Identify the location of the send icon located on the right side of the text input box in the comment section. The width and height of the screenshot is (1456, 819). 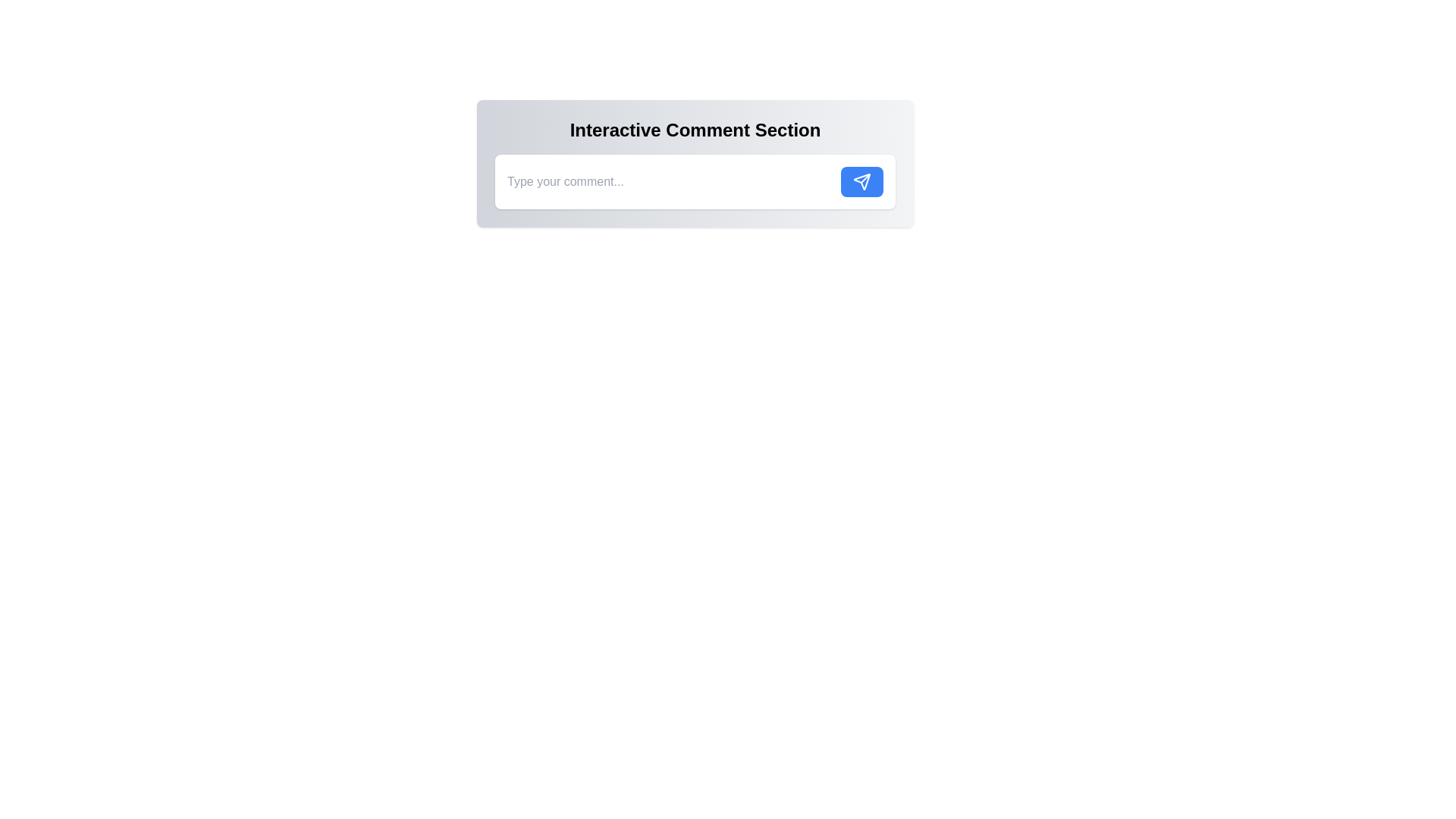
(862, 180).